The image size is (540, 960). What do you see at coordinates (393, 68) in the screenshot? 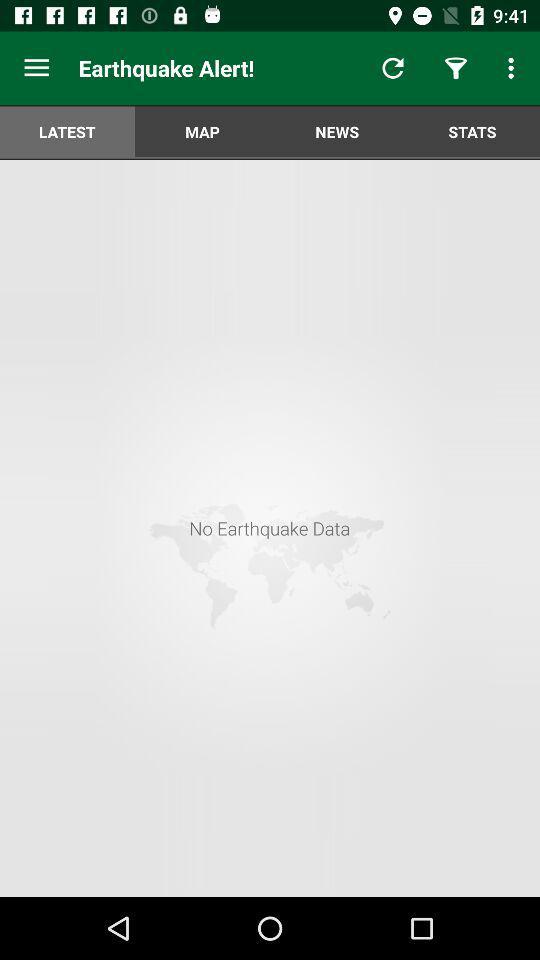
I see `app next to the earthquake alert!` at bounding box center [393, 68].